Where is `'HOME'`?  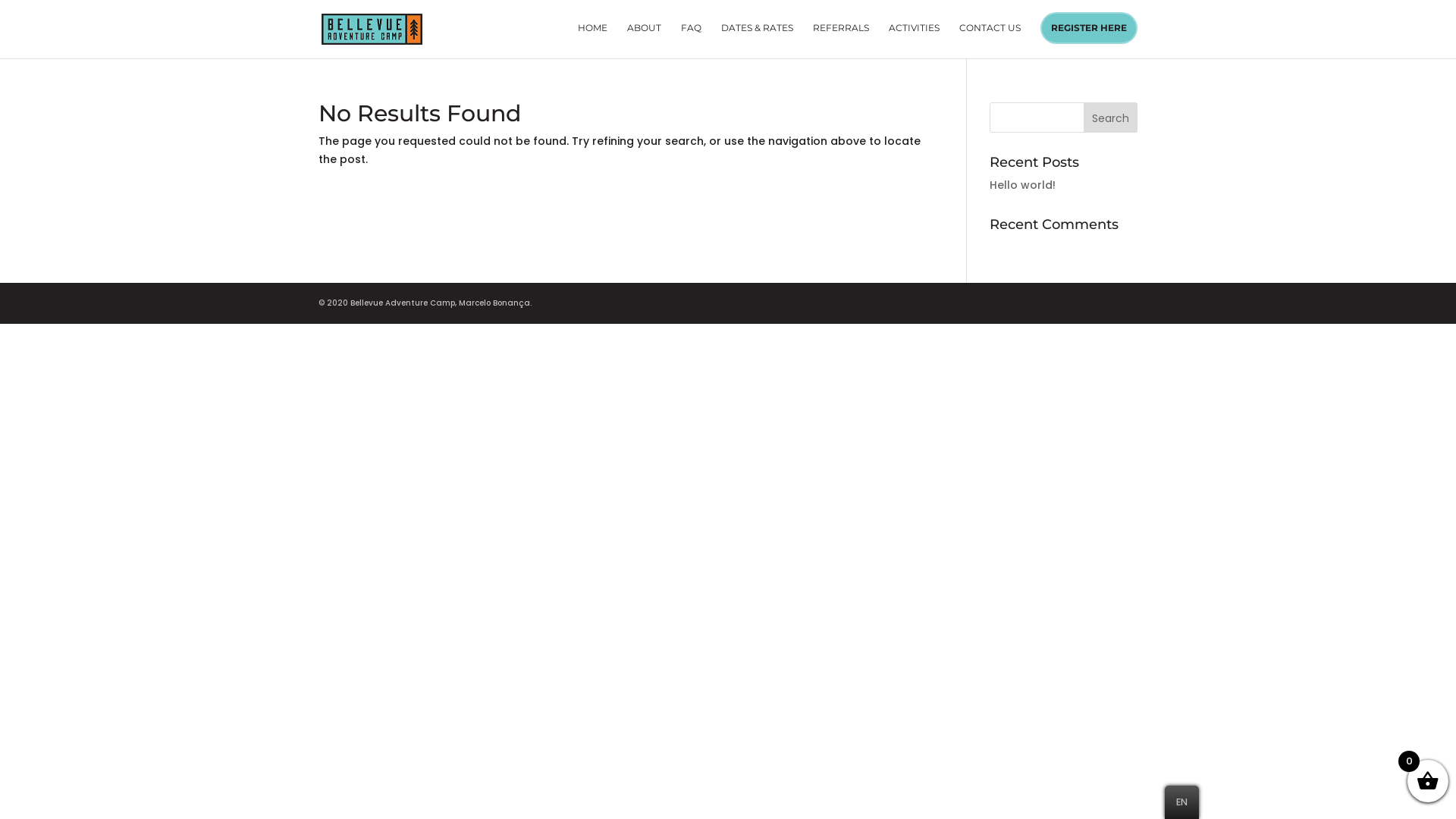 'HOME' is located at coordinates (591, 39).